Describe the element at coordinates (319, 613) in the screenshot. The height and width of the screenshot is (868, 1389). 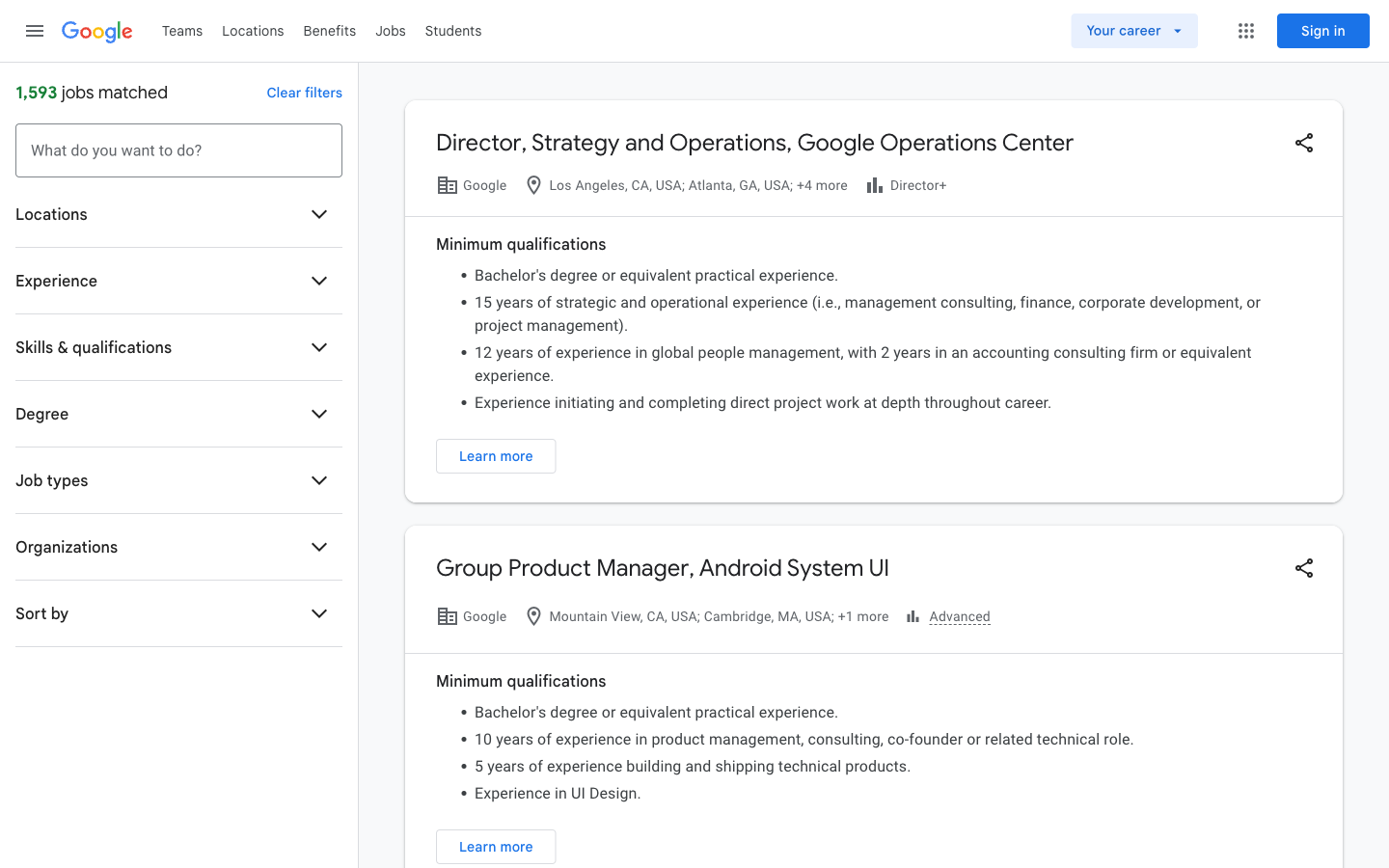
I see `the "Sort by" function` at that location.